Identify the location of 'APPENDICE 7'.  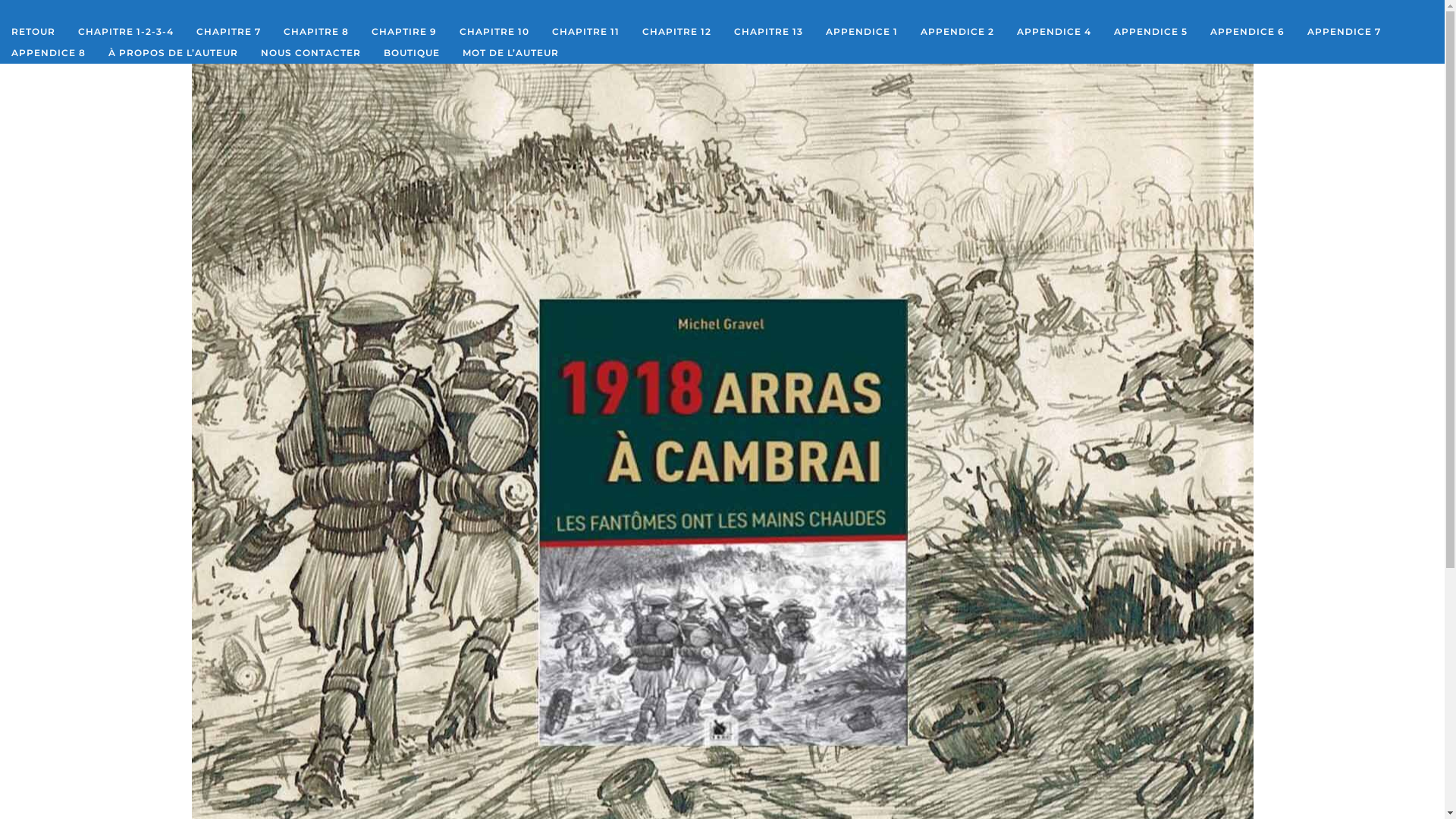
(1294, 32).